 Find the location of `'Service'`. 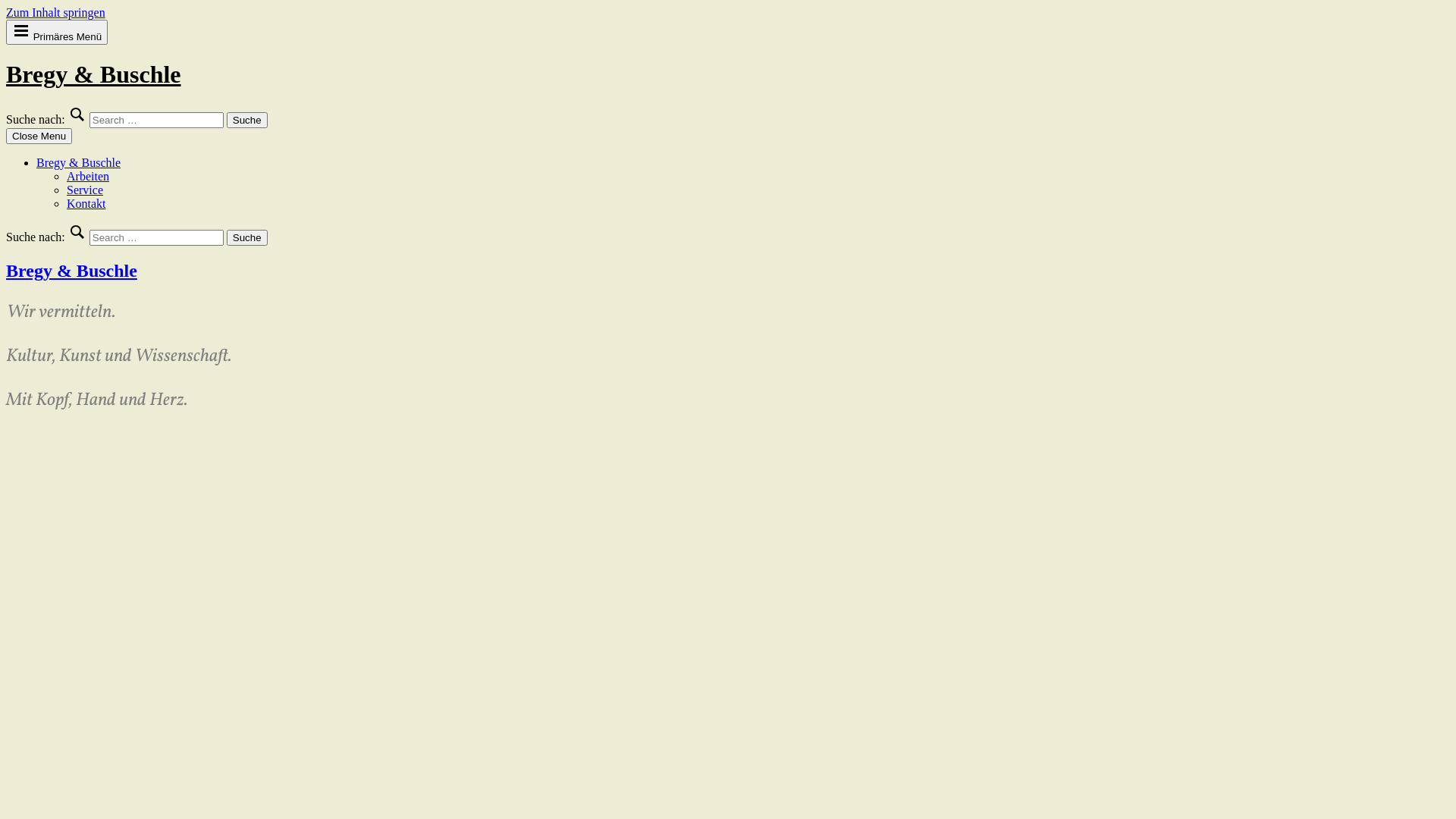

'Service' is located at coordinates (83, 189).